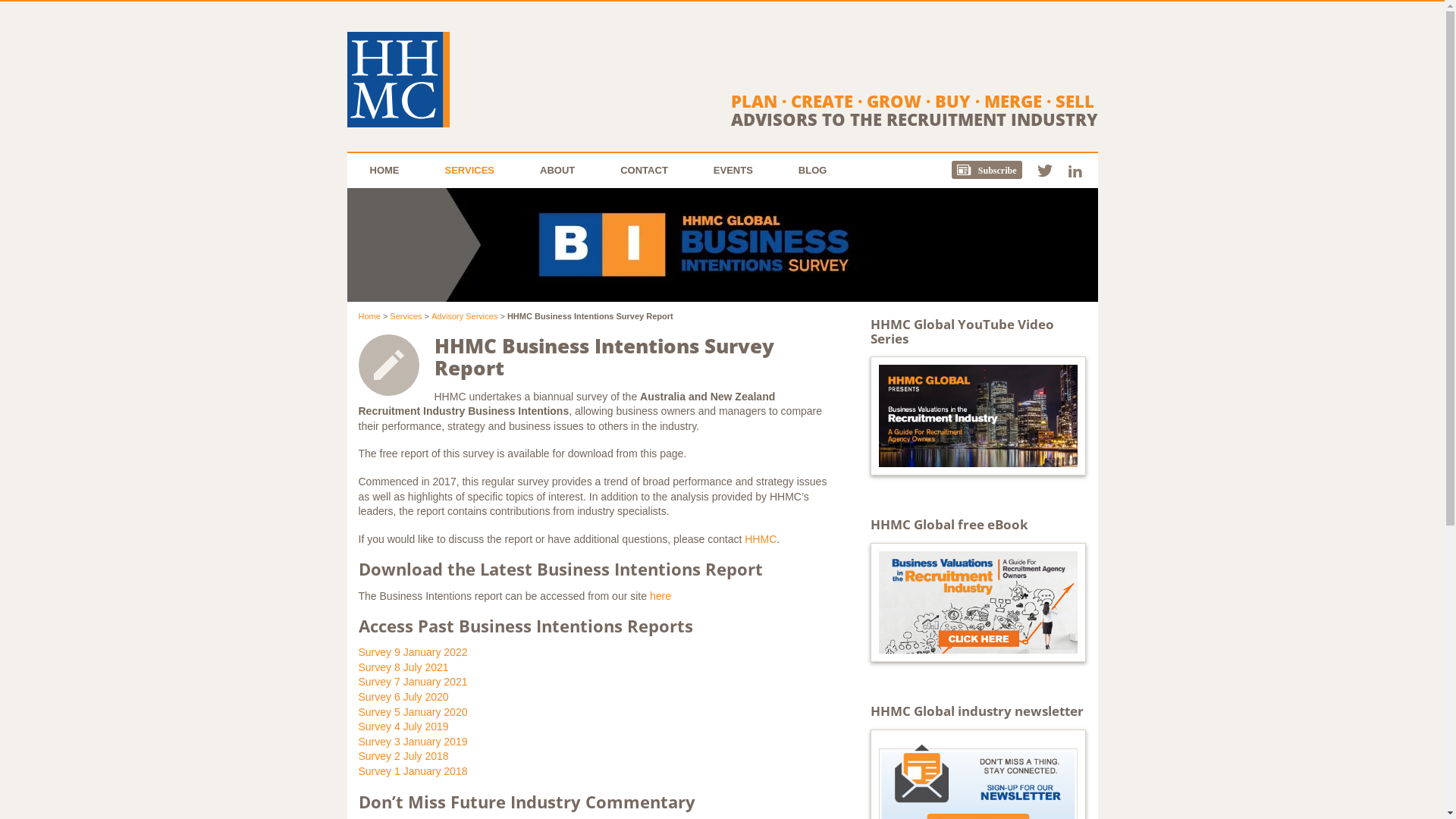  Describe the element at coordinates (596, 170) in the screenshot. I see `'CONTACT'` at that location.